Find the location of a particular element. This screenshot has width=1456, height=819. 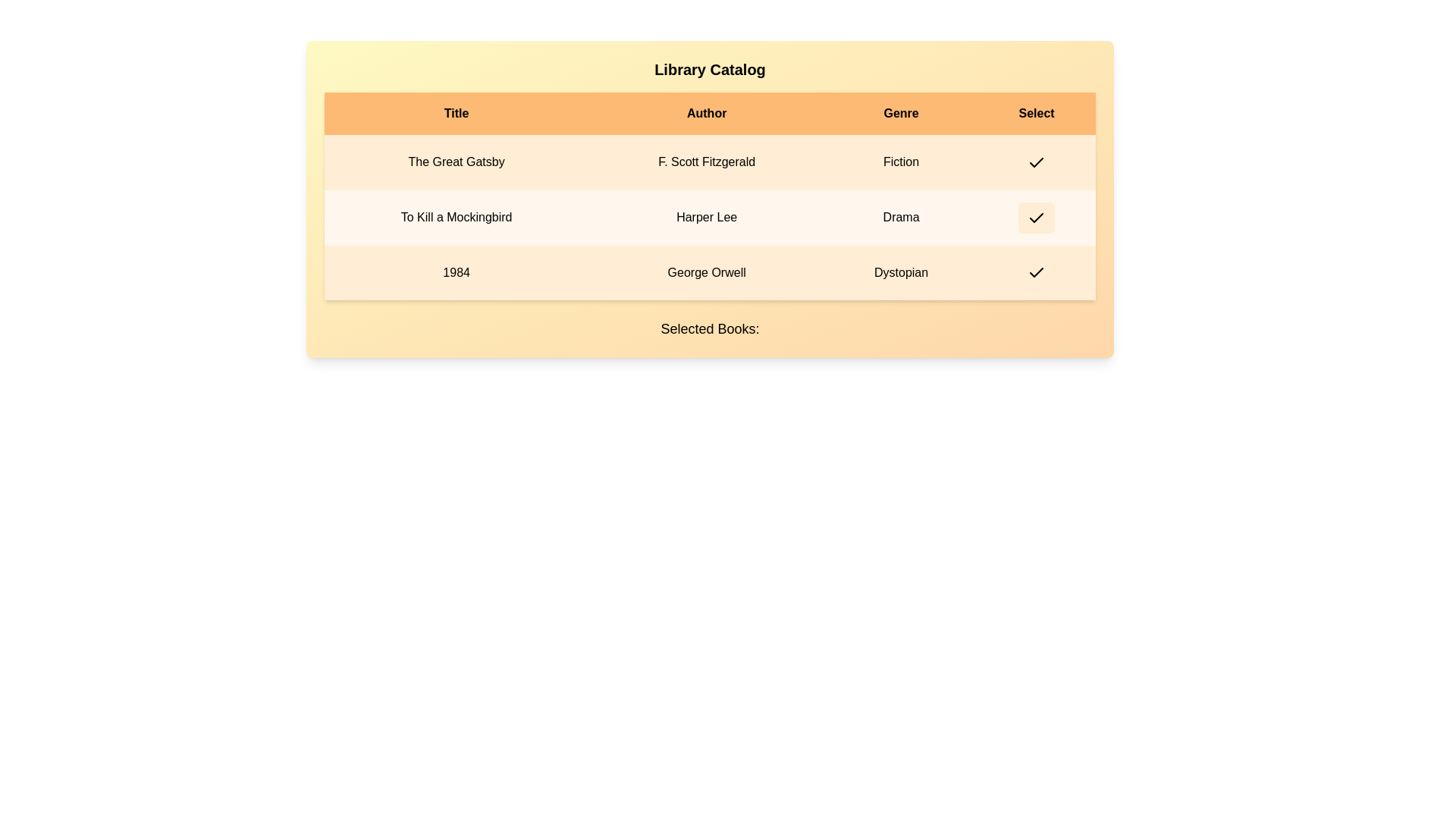

the Table Header Row that contains the column titles 'Title', 'Author', 'Genre', and 'Select' for the book entries is located at coordinates (709, 113).